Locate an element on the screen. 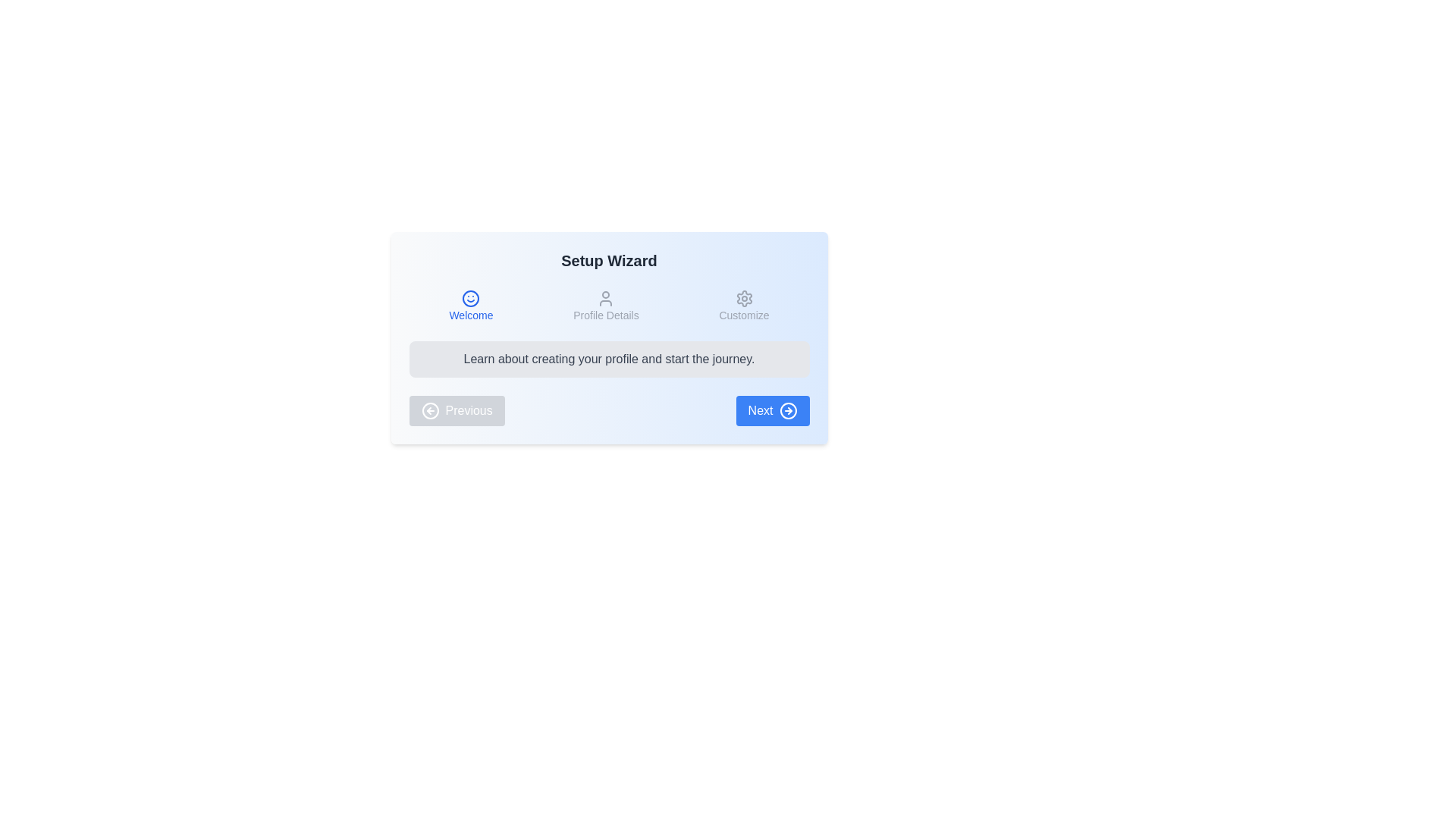 The image size is (1456, 819). the Interactive menu option labeled 'Profile Details', which is the middle component of three horizontally aligned items is located at coordinates (605, 306).